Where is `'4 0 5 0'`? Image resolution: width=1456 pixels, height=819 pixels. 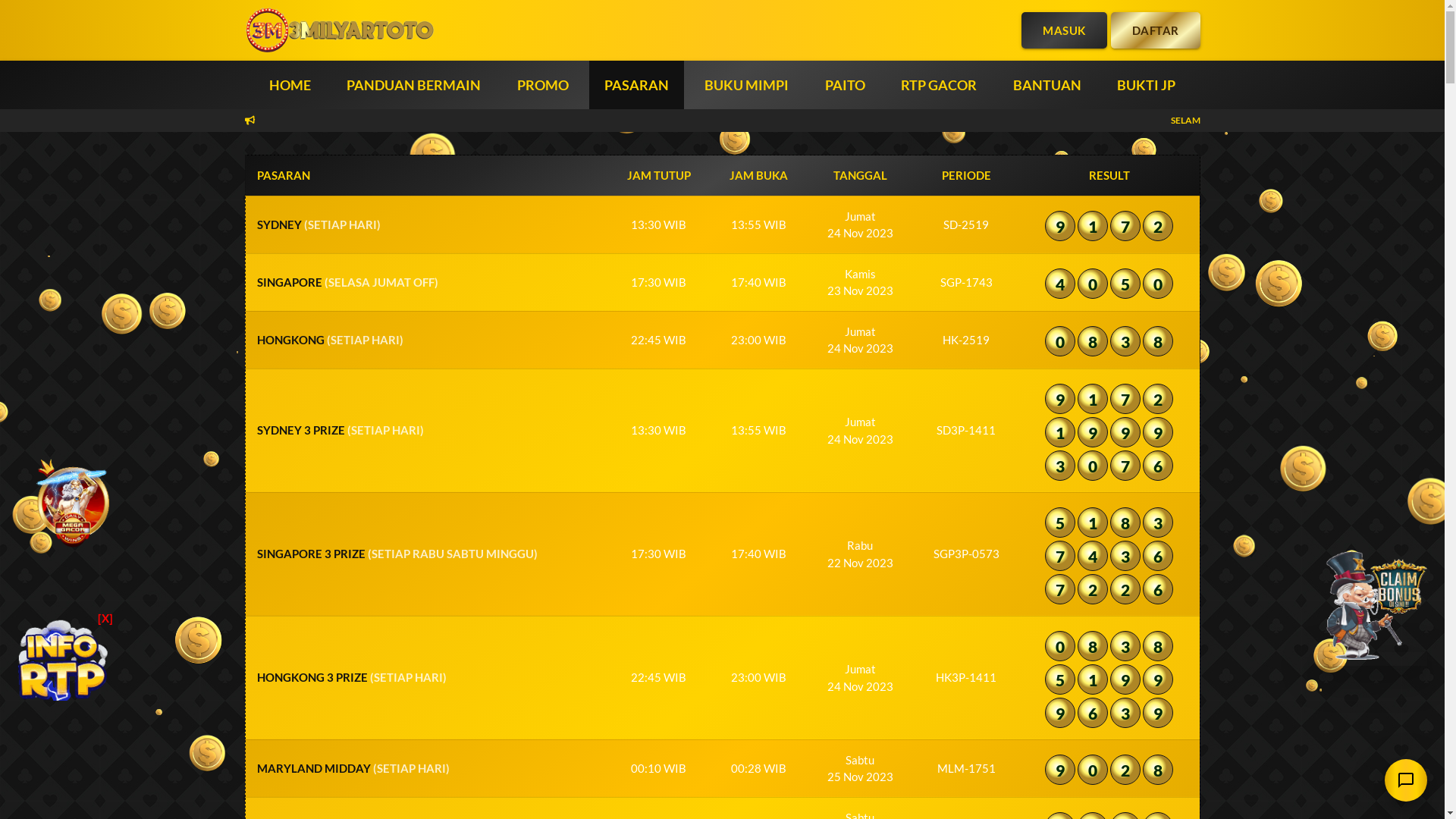
'4 0 5 0' is located at coordinates (1109, 286).